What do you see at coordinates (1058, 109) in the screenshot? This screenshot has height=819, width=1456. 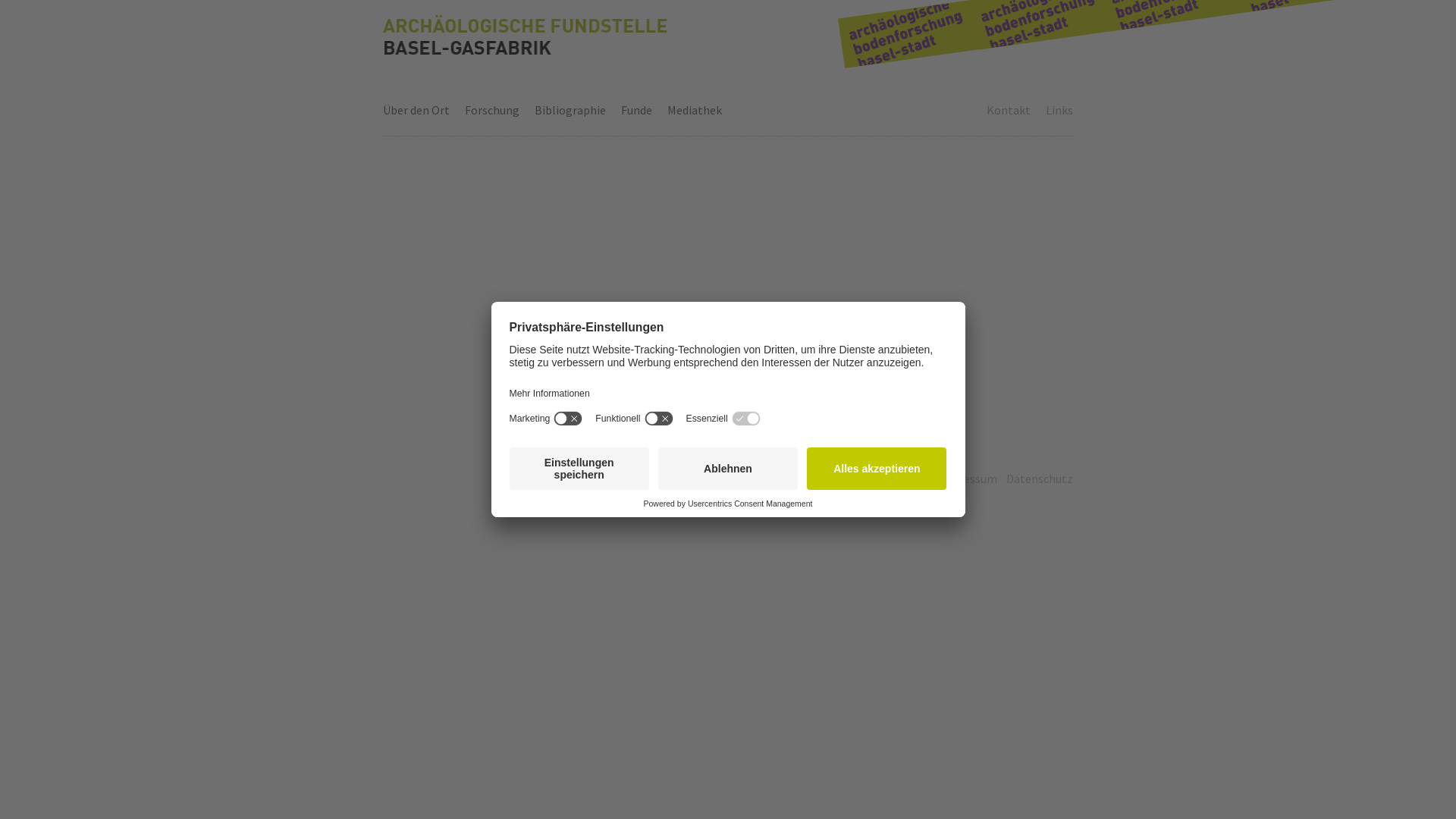 I see `'Links'` at bounding box center [1058, 109].